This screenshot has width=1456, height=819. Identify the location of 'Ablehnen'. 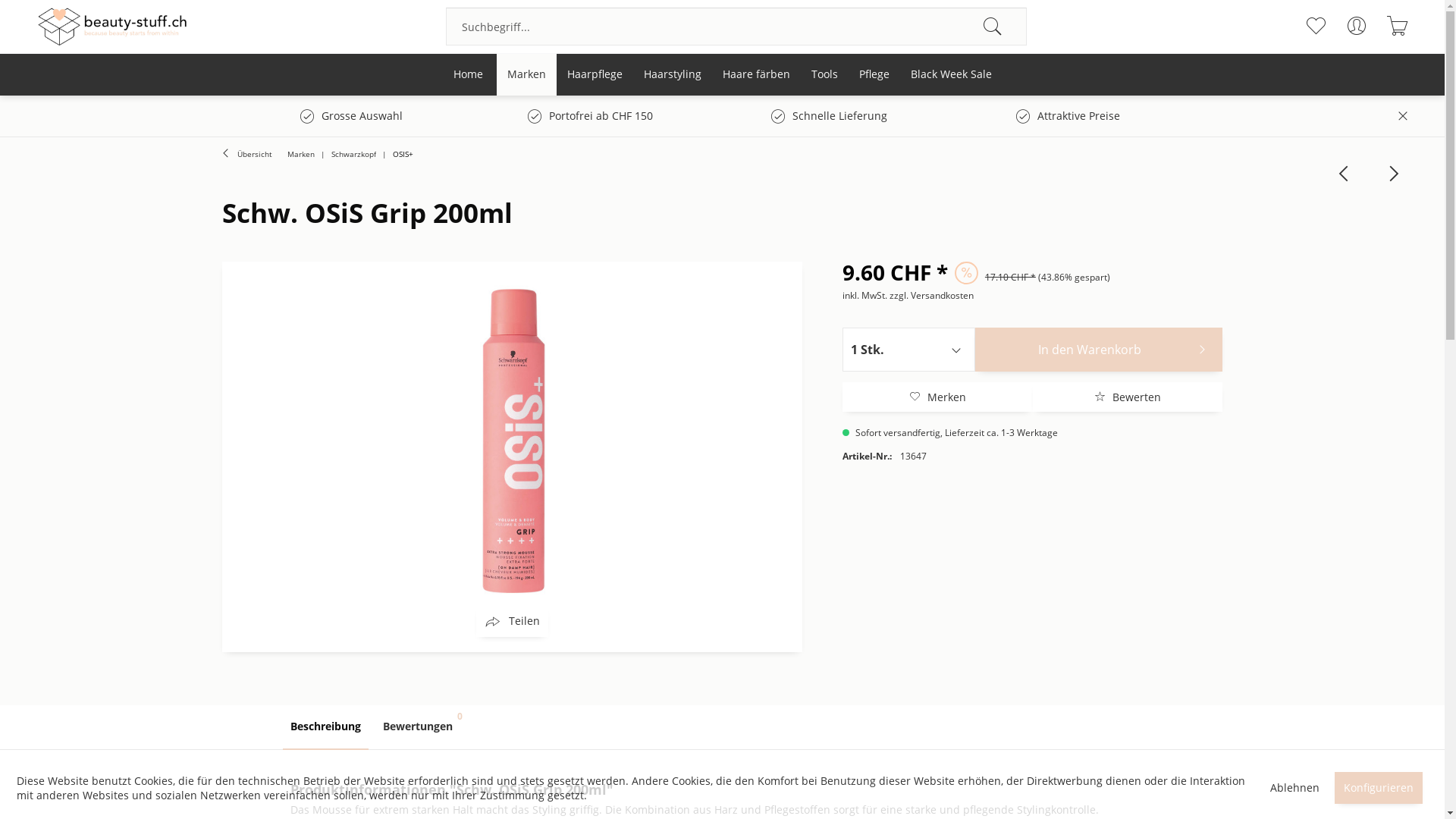
(1294, 786).